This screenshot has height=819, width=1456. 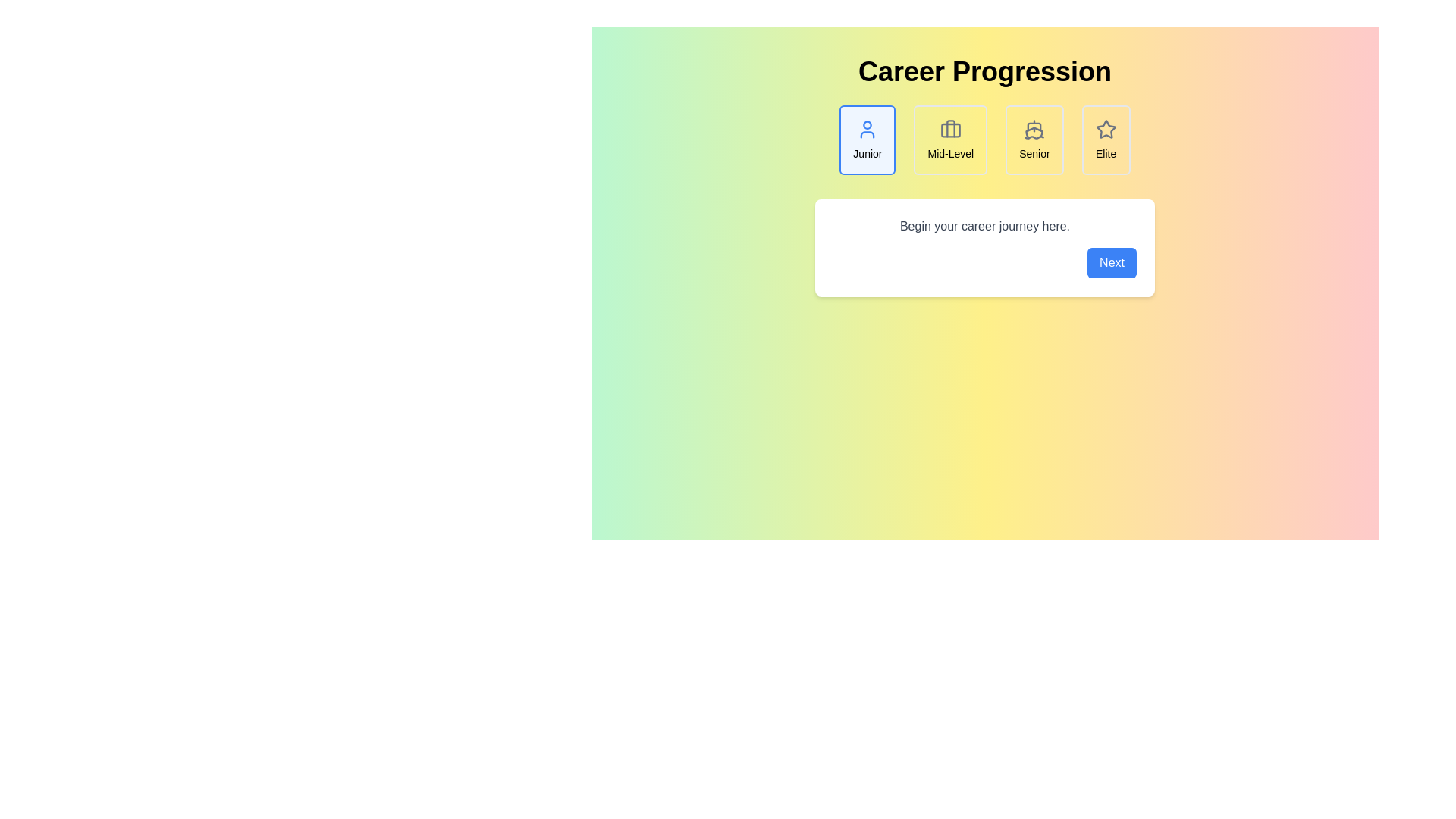 I want to click on the 'Next' button to proceed to the next step, so click(x=1112, y=262).